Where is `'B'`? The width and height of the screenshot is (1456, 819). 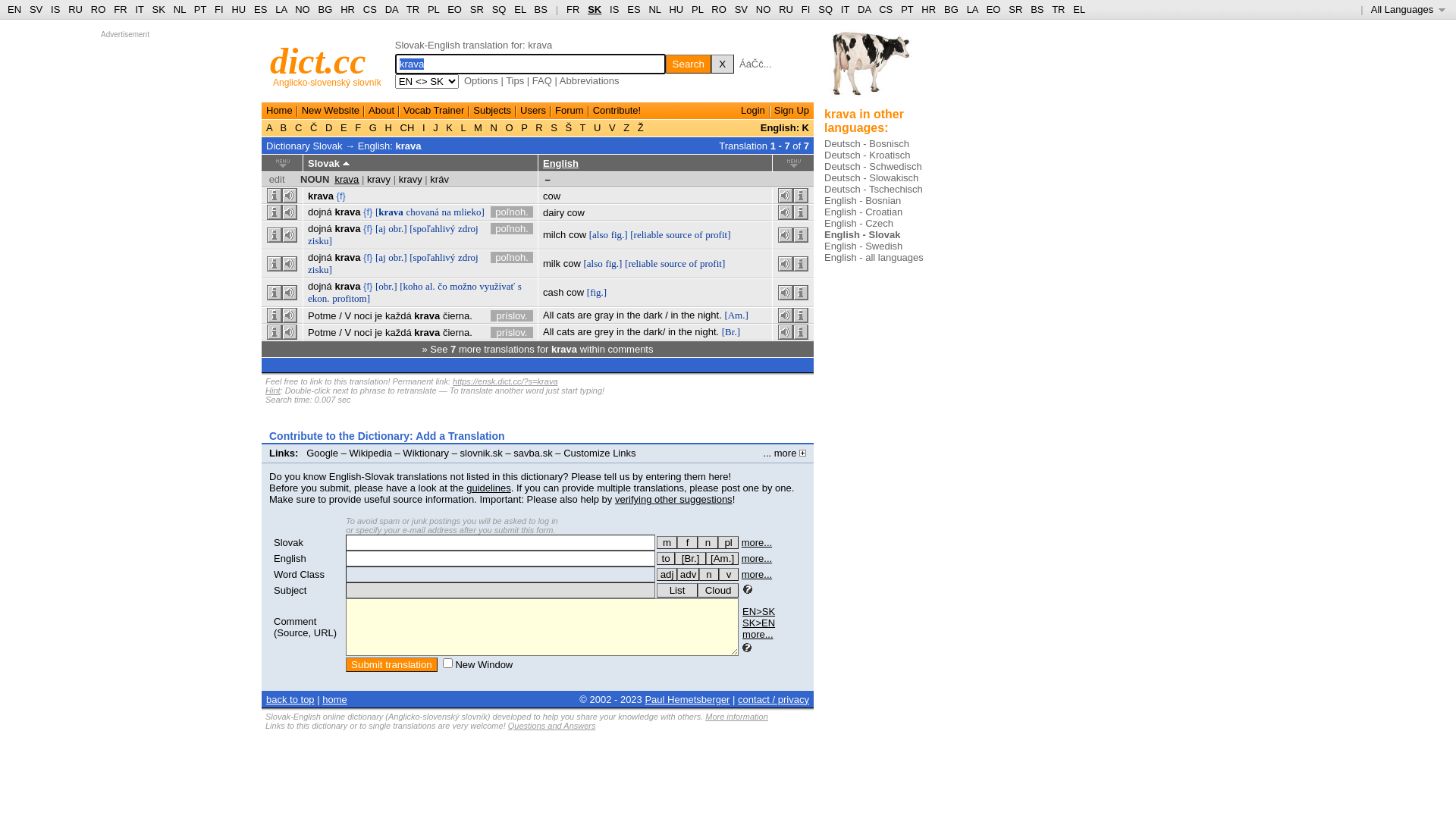
'B' is located at coordinates (277, 127).